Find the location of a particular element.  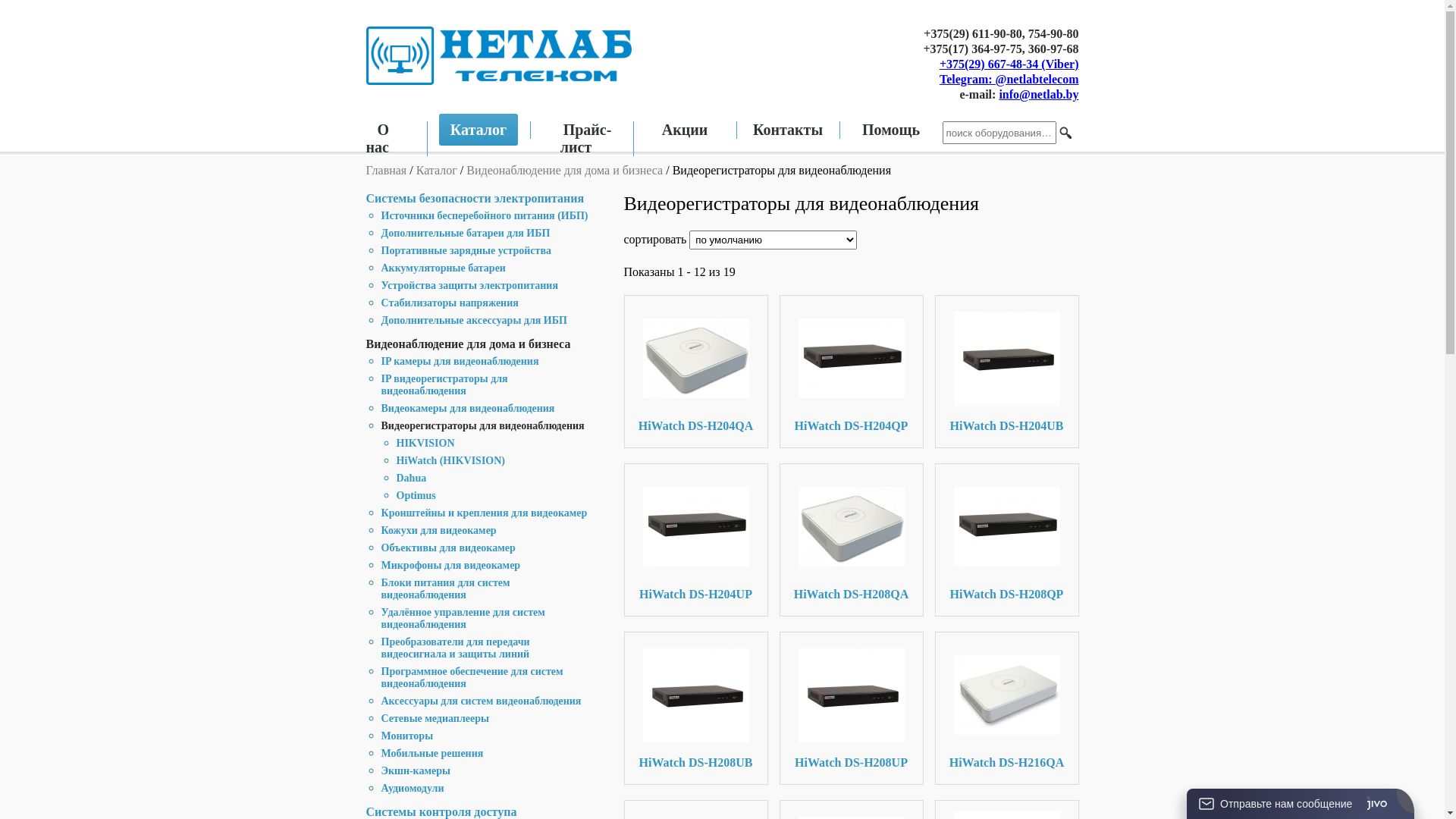

'+375(29) 667-48-34 (Viber)' is located at coordinates (938, 63).